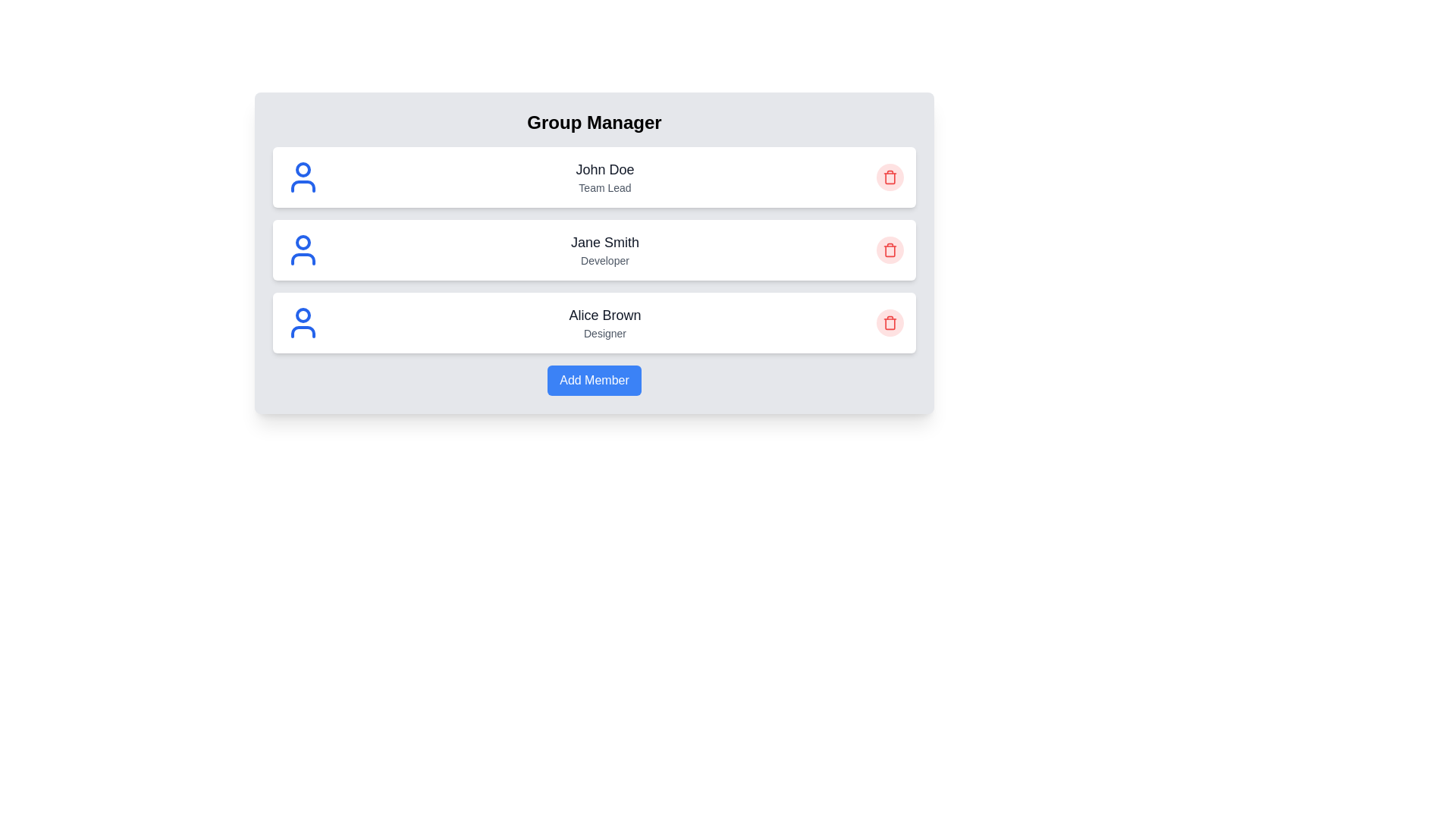 The width and height of the screenshot is (1456, 819). Describe the element at coordinates (303, 177) in the screenshot. I see `the user icon representing 'John Doe', which is a blue outline of a person silhouette` at that location.